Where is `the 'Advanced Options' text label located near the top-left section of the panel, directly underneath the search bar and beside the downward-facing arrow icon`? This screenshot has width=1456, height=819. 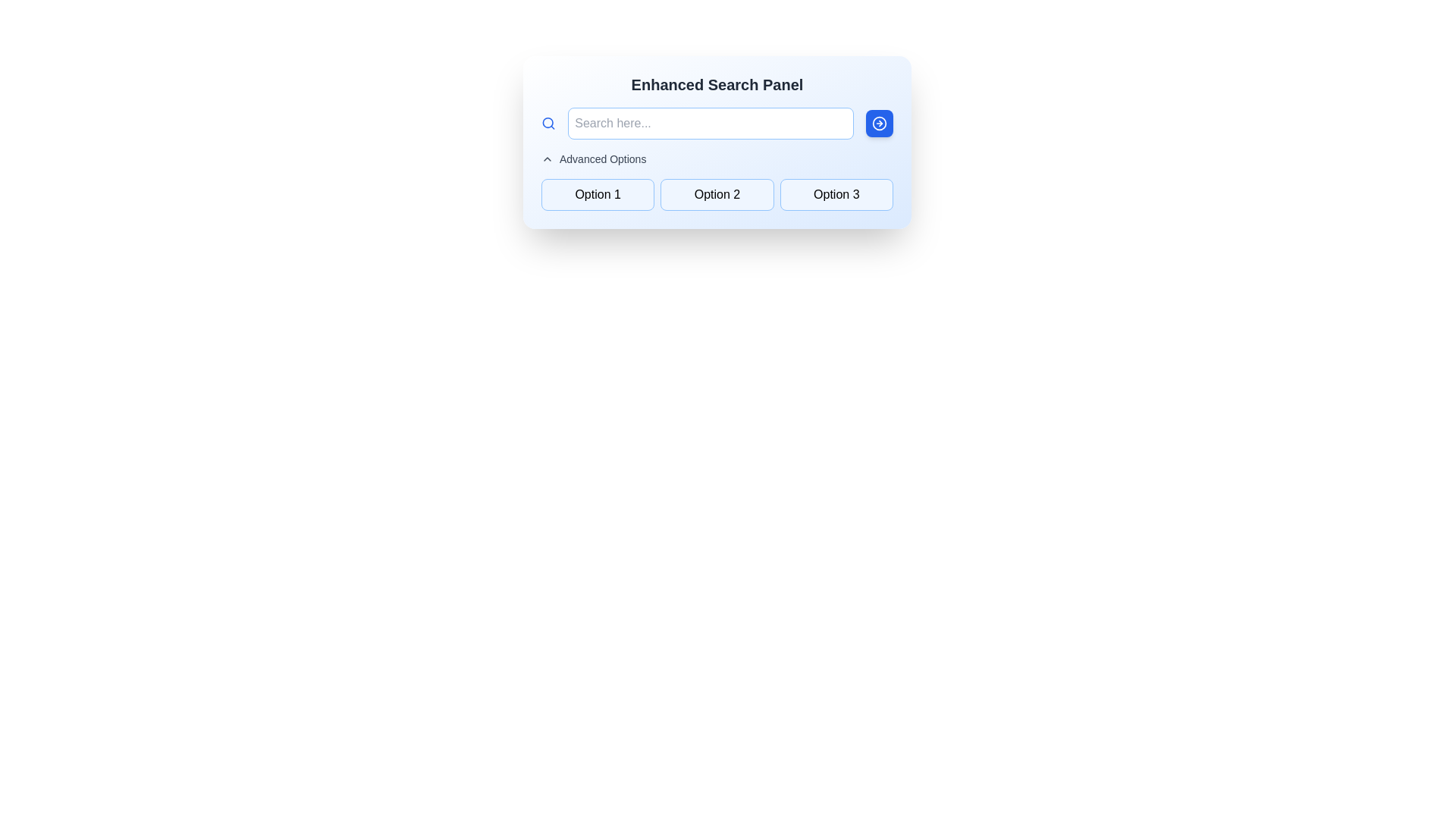 the 'Advanced Options' text label located near the top-left section of the panel, directly underneath the search bar and beside the downward-facing arrow icon is located at coordinates (602, 158).